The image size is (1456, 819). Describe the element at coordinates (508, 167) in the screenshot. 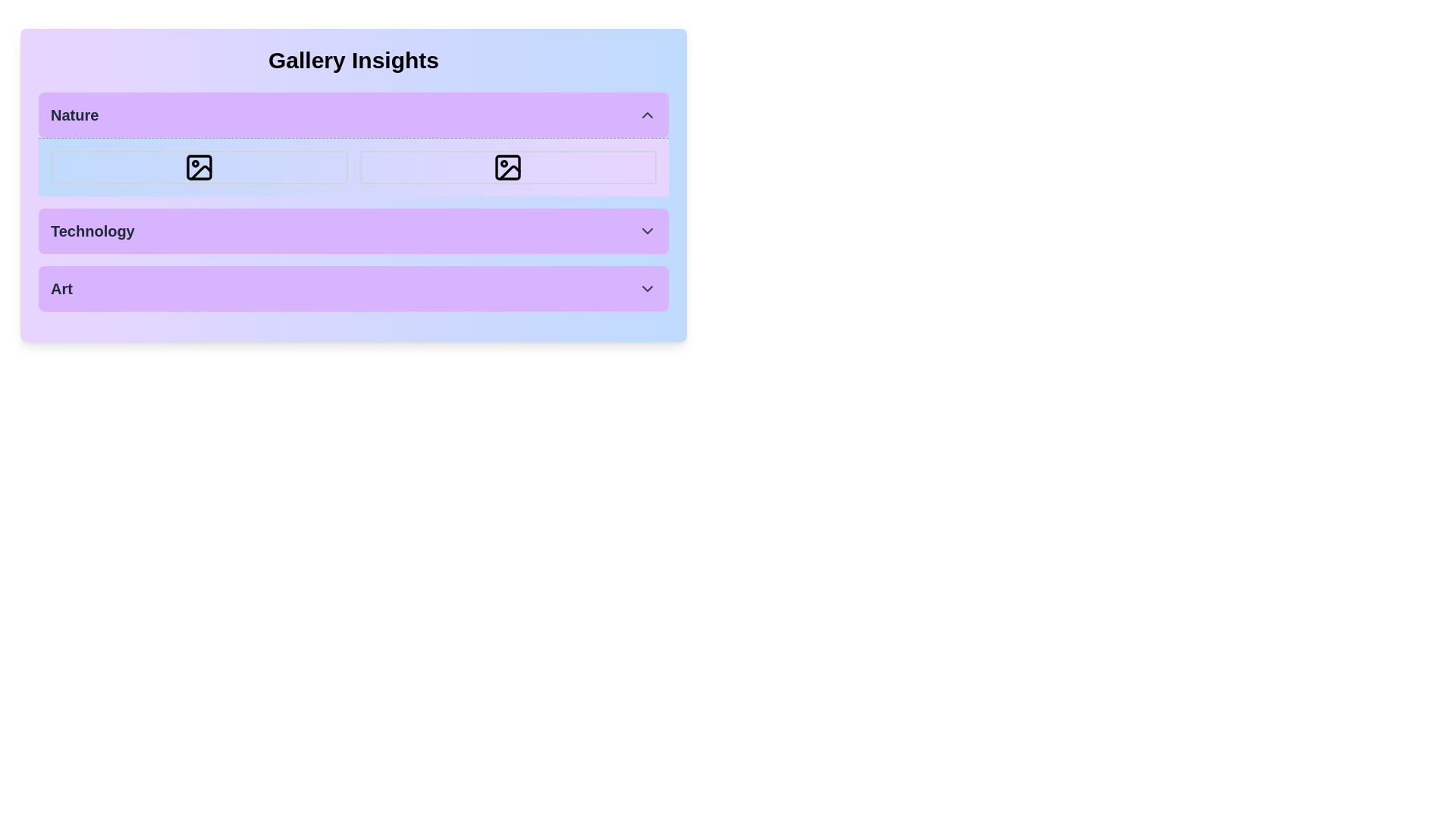

I see `the square icon boundary box with a rounded stroke outline in the 'Nature' section, which contains a circular feature and diagonal line, positioned as the second icon in the row` at that location.